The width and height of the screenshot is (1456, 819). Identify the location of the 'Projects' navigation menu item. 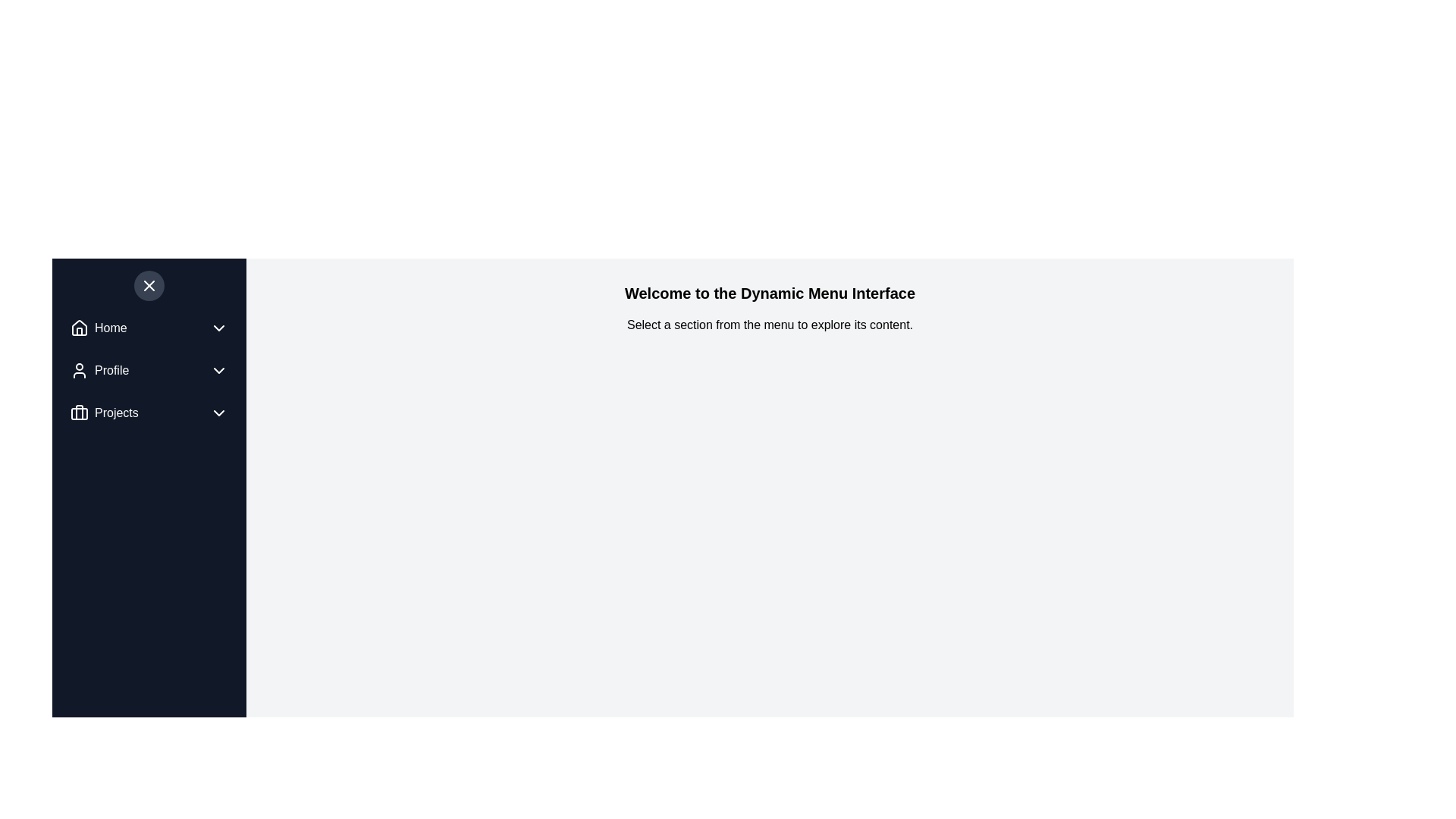
(103, 413).